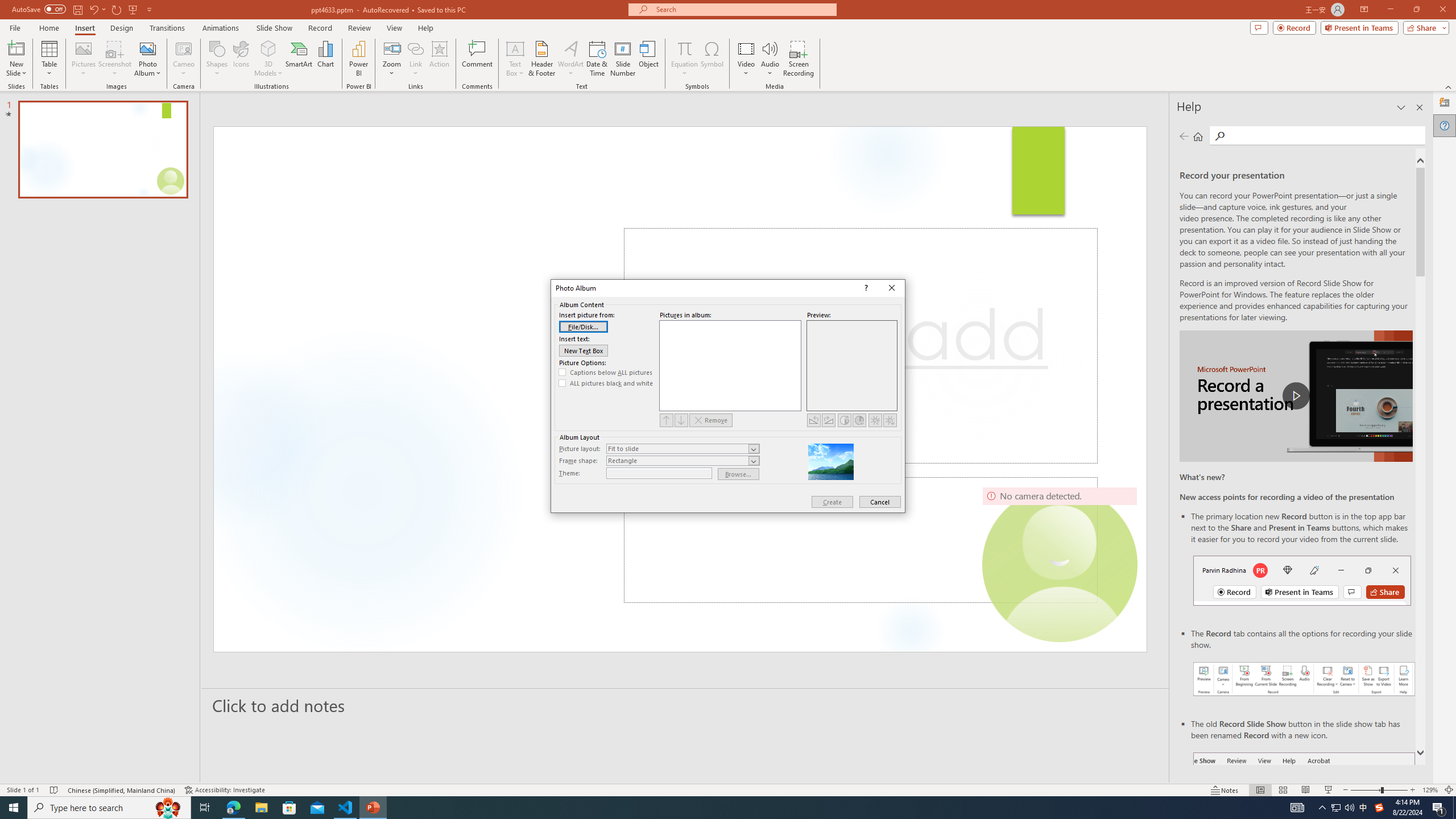  Describe the element at coordinates (268, 59) in the screenshot. I see `'3D Models'` at that location.